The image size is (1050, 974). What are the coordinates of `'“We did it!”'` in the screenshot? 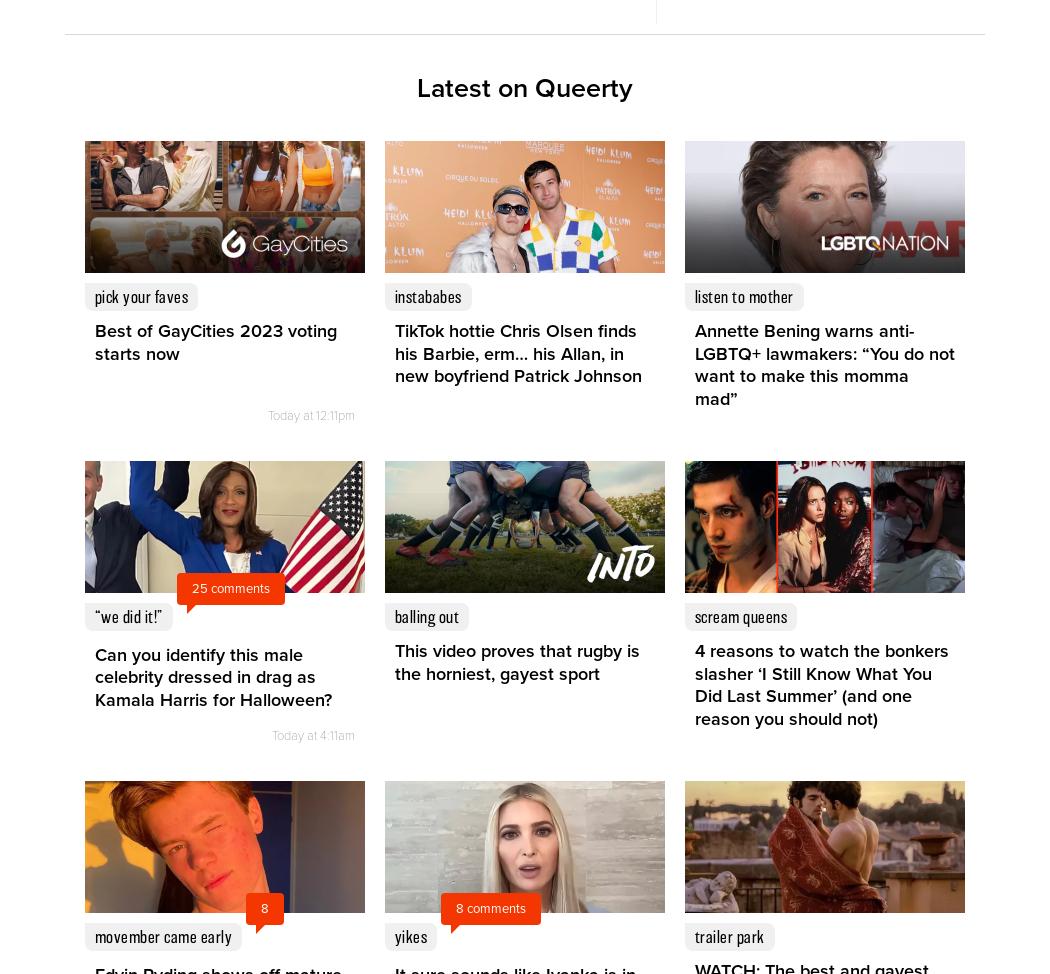 It's located at (127, 614).